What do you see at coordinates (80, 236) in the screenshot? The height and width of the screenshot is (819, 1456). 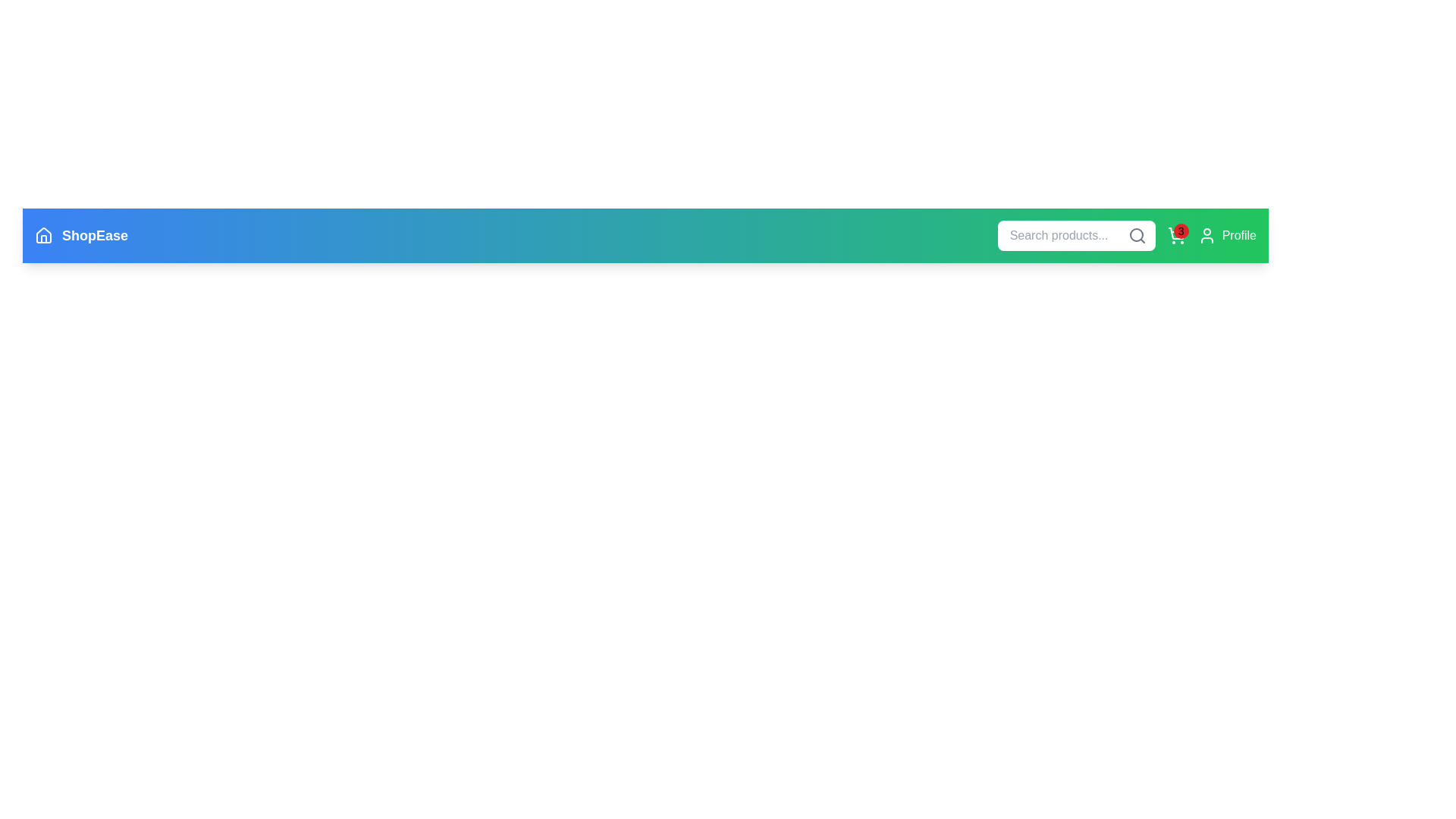 I see `the ShopEase logo to interact with the branding` at bounding box center [80, 236].